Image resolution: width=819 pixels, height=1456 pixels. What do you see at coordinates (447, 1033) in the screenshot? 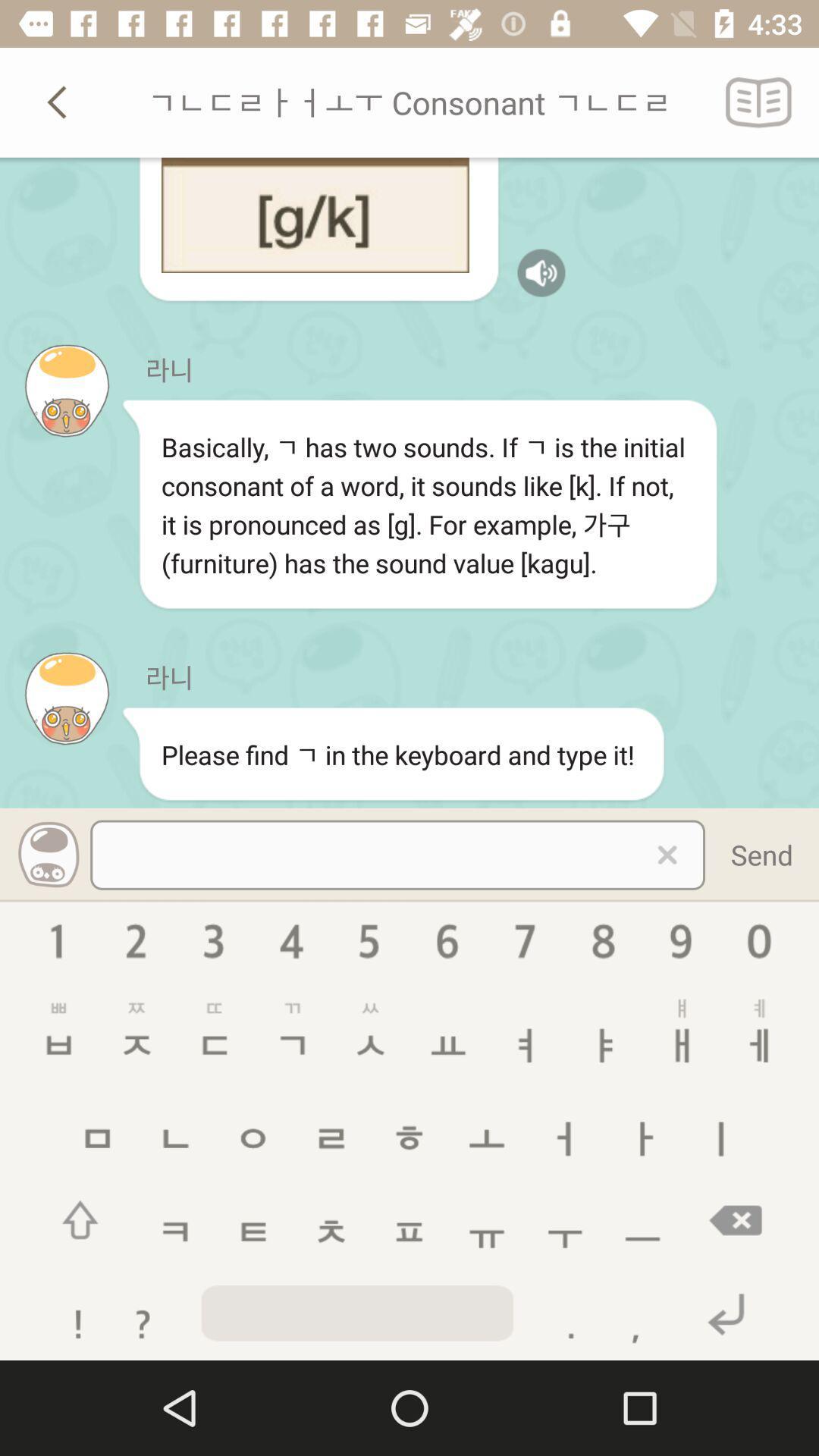
I see `the font icon` at bounding box center [447, 1033].